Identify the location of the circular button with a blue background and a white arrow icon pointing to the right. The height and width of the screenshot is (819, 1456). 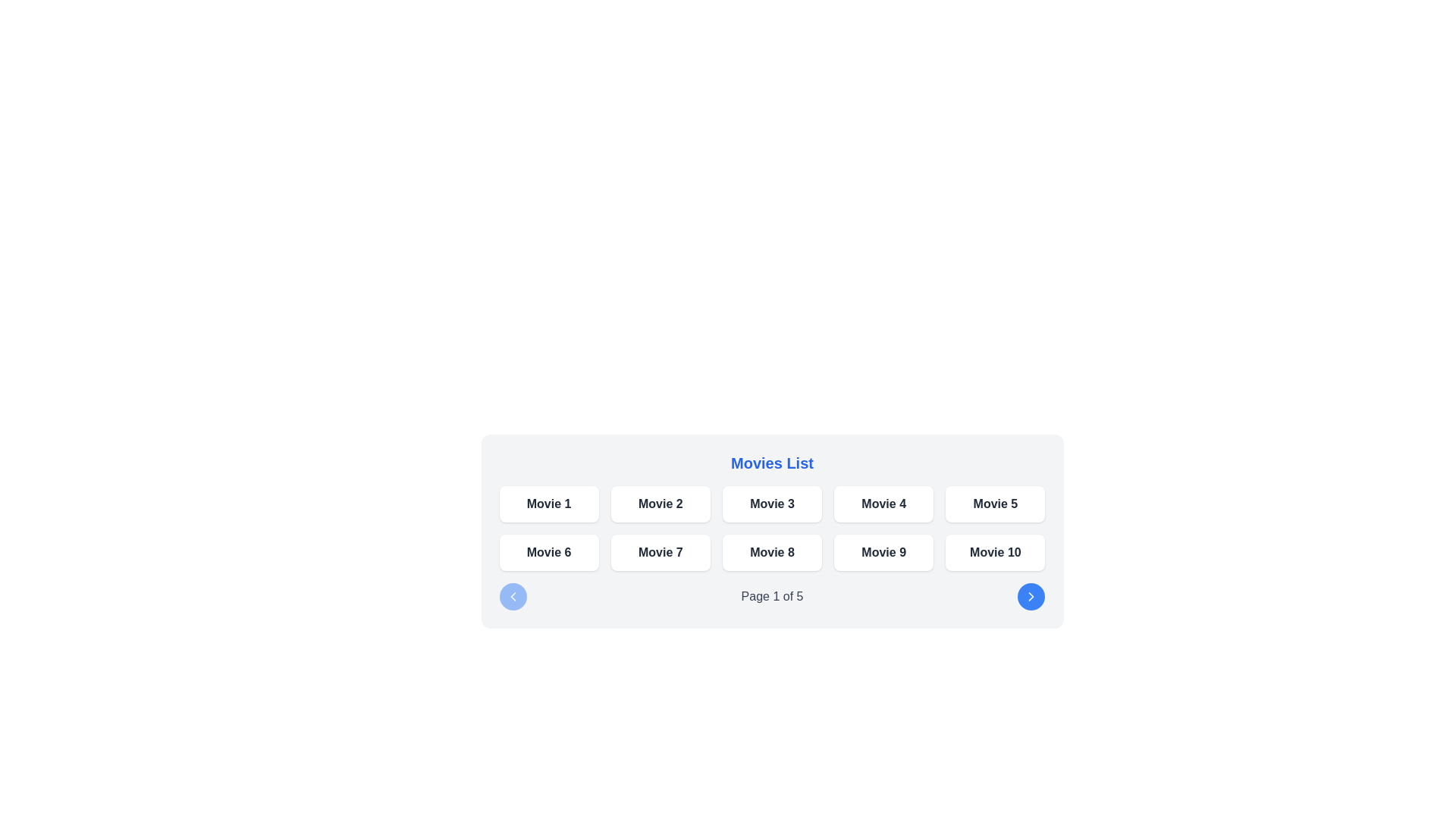
(1031, 595).